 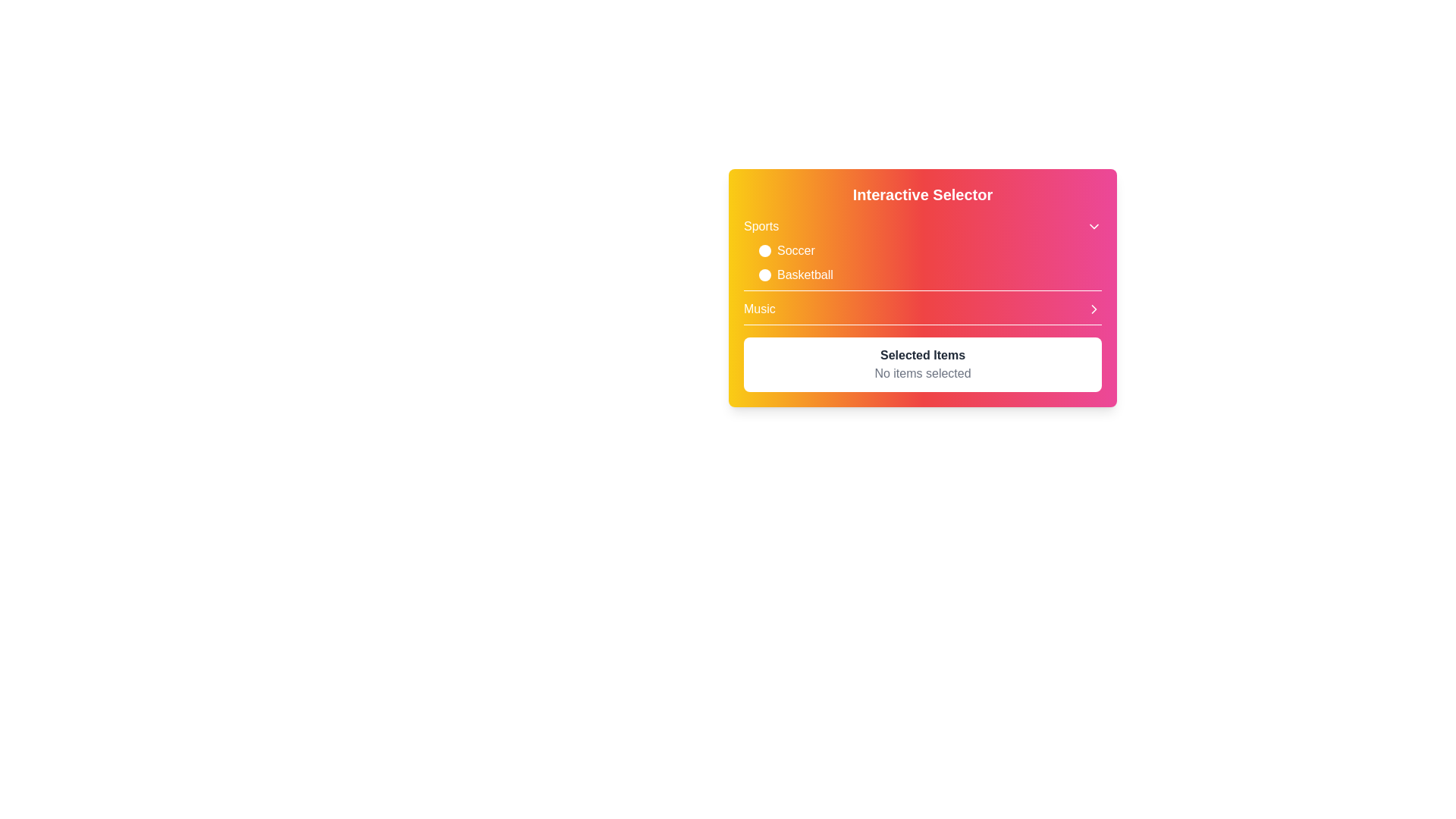 What do you see at coordinates (764, 275) in the screenshot?
I see `the square-shaped button with a white background and rounded borders, located on the left side of the word 'Basketball'` at bounding box center [764, 275].